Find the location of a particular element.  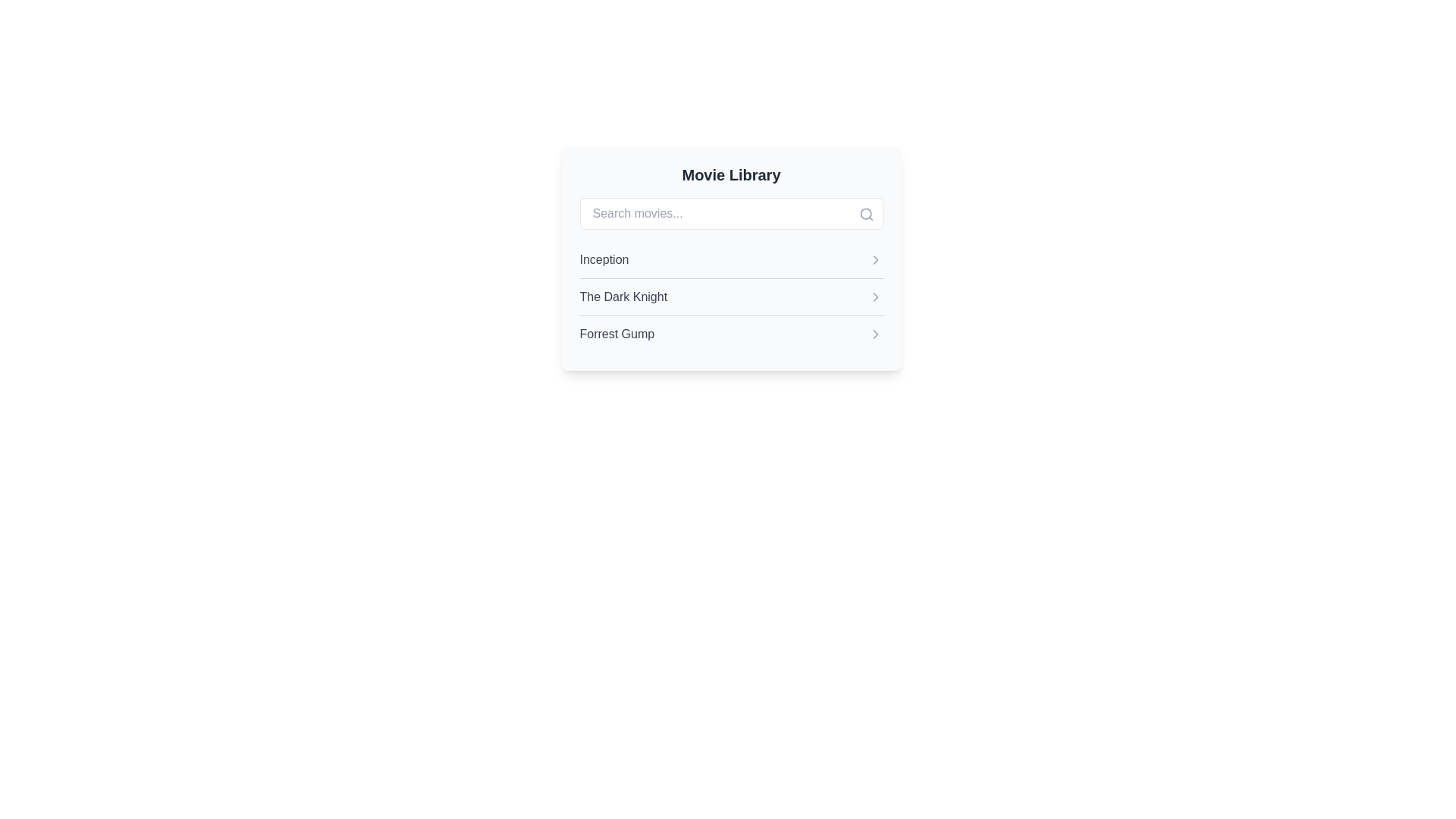

the second list item in the 'Movie Library' titled 'The Dark Knight' is located at coordinates (731, 297).